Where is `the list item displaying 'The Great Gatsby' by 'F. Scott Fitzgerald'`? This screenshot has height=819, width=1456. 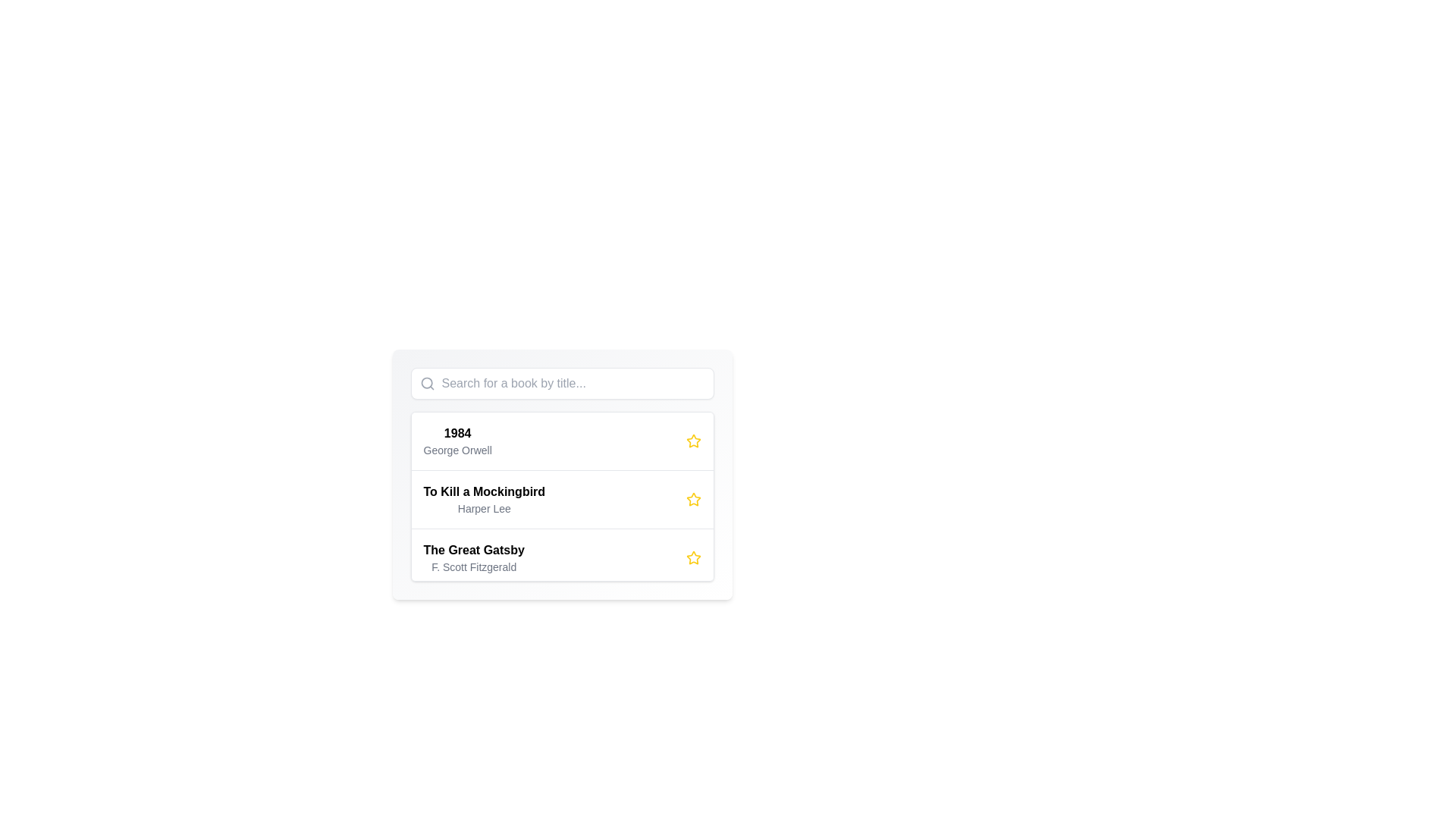 the list item displaying 'The Great Gatsby' by 'F. Scott Fitzgerald' is located at coordinates (561, 557).